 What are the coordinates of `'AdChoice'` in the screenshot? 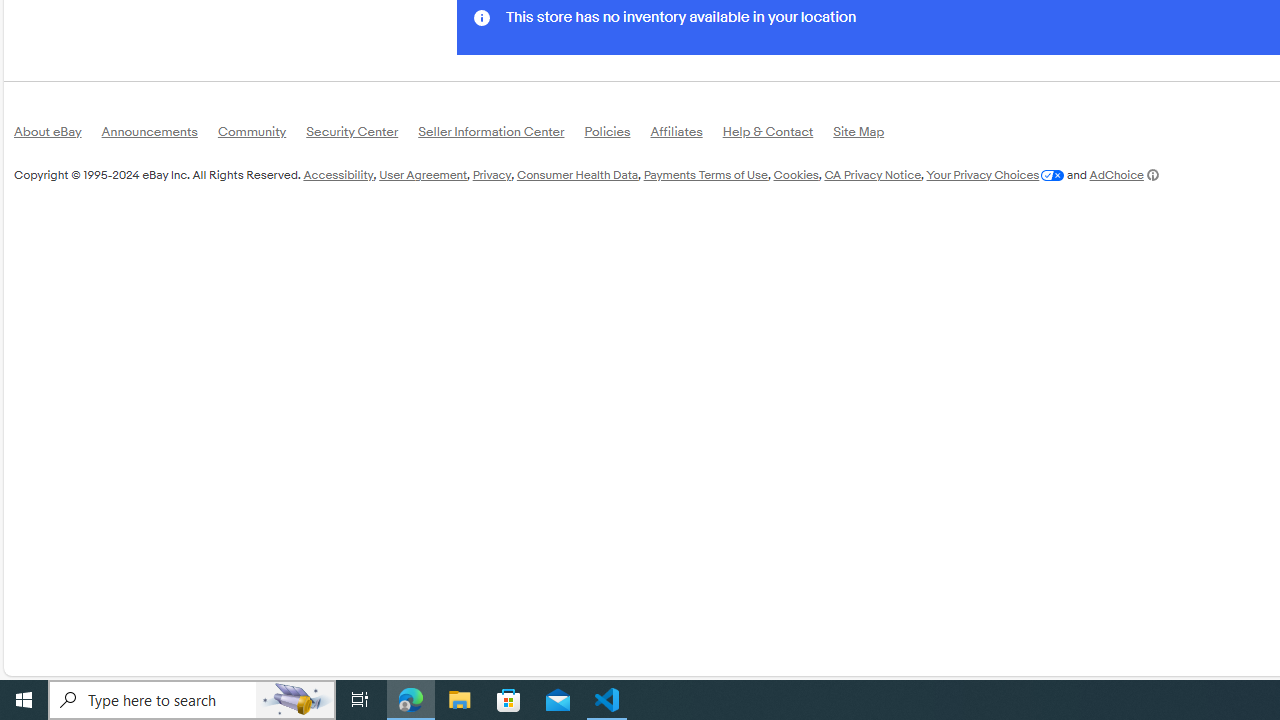 It's located at (1123, 173).